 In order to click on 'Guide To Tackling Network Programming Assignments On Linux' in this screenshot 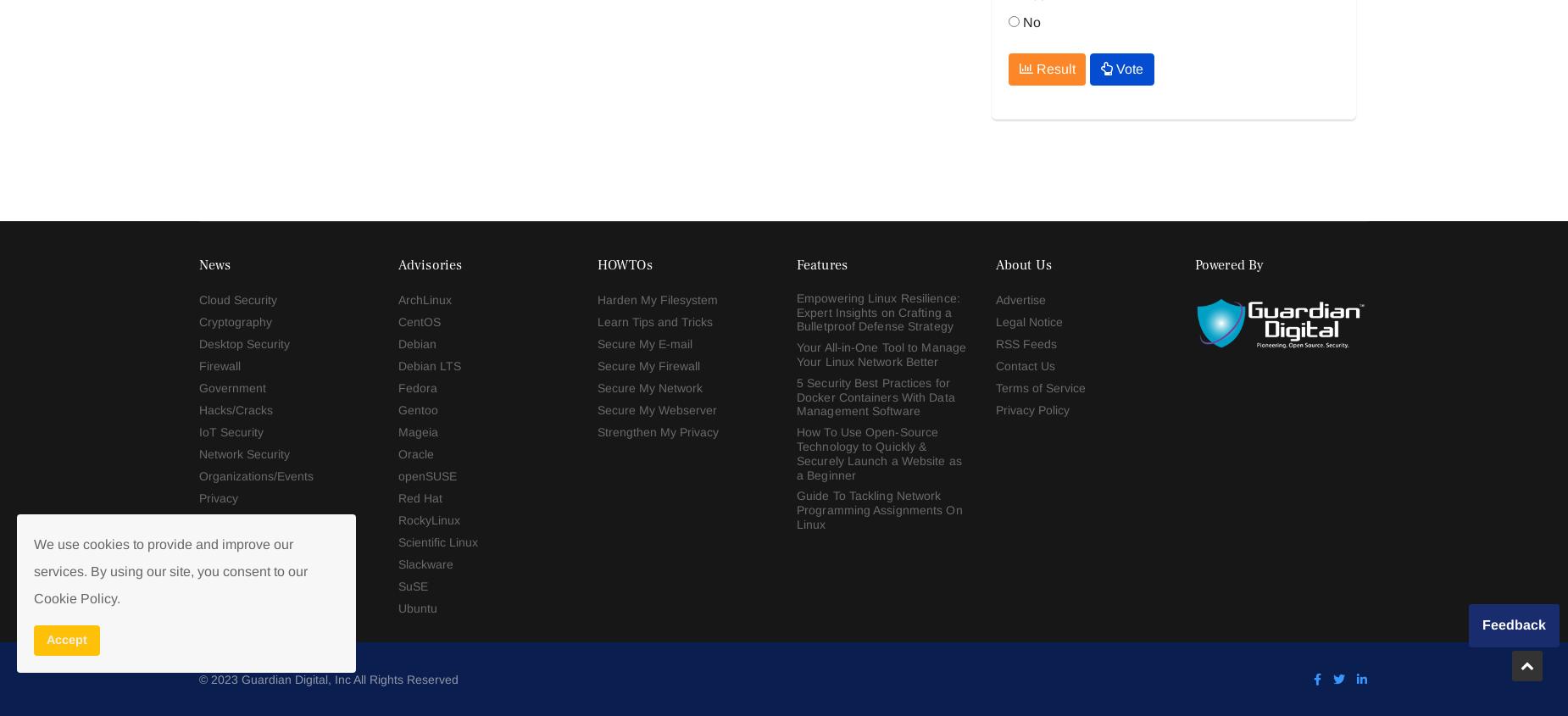, I will do `click(878, 83)`.